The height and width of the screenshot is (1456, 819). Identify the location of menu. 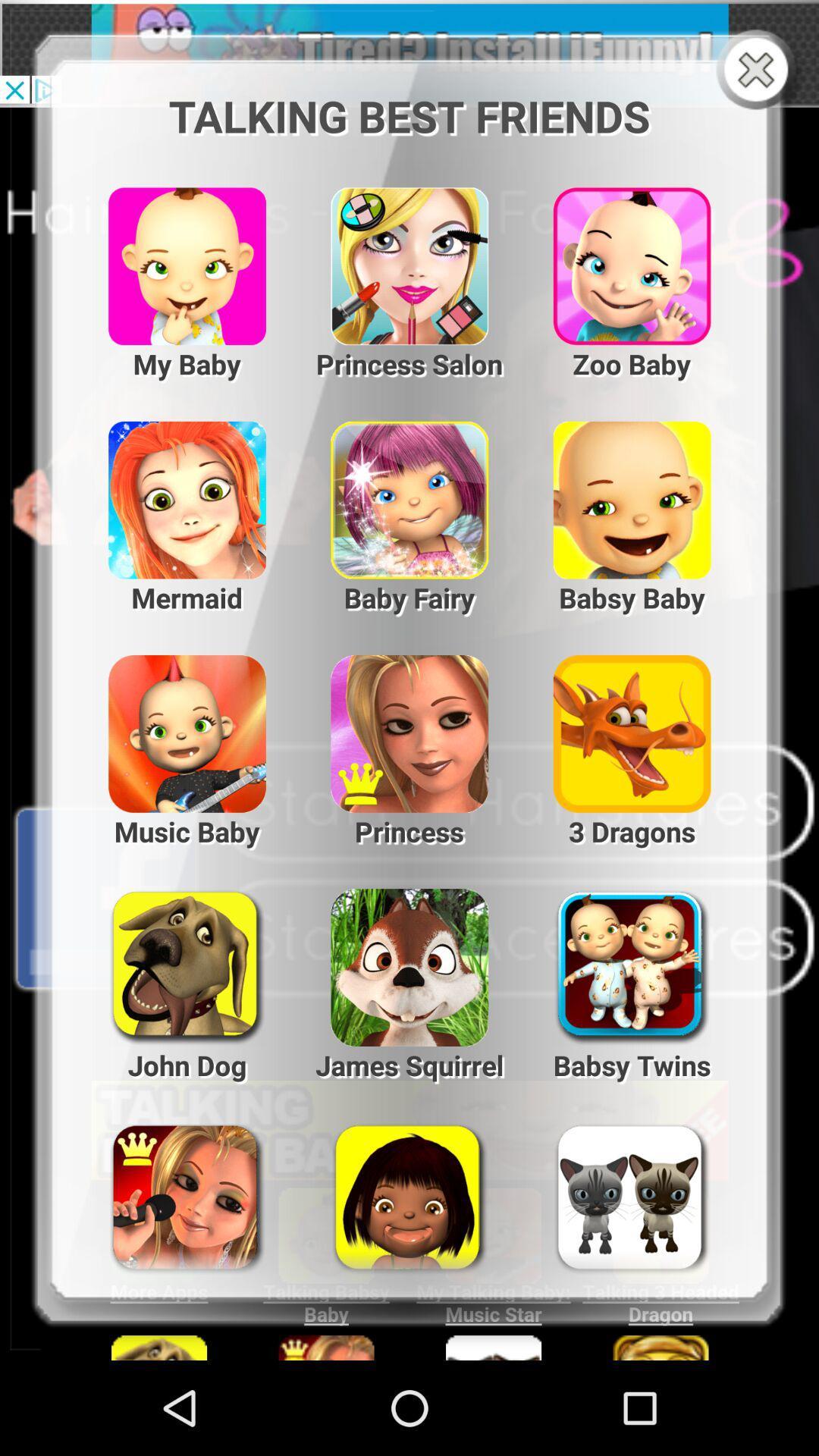
(759, 71).